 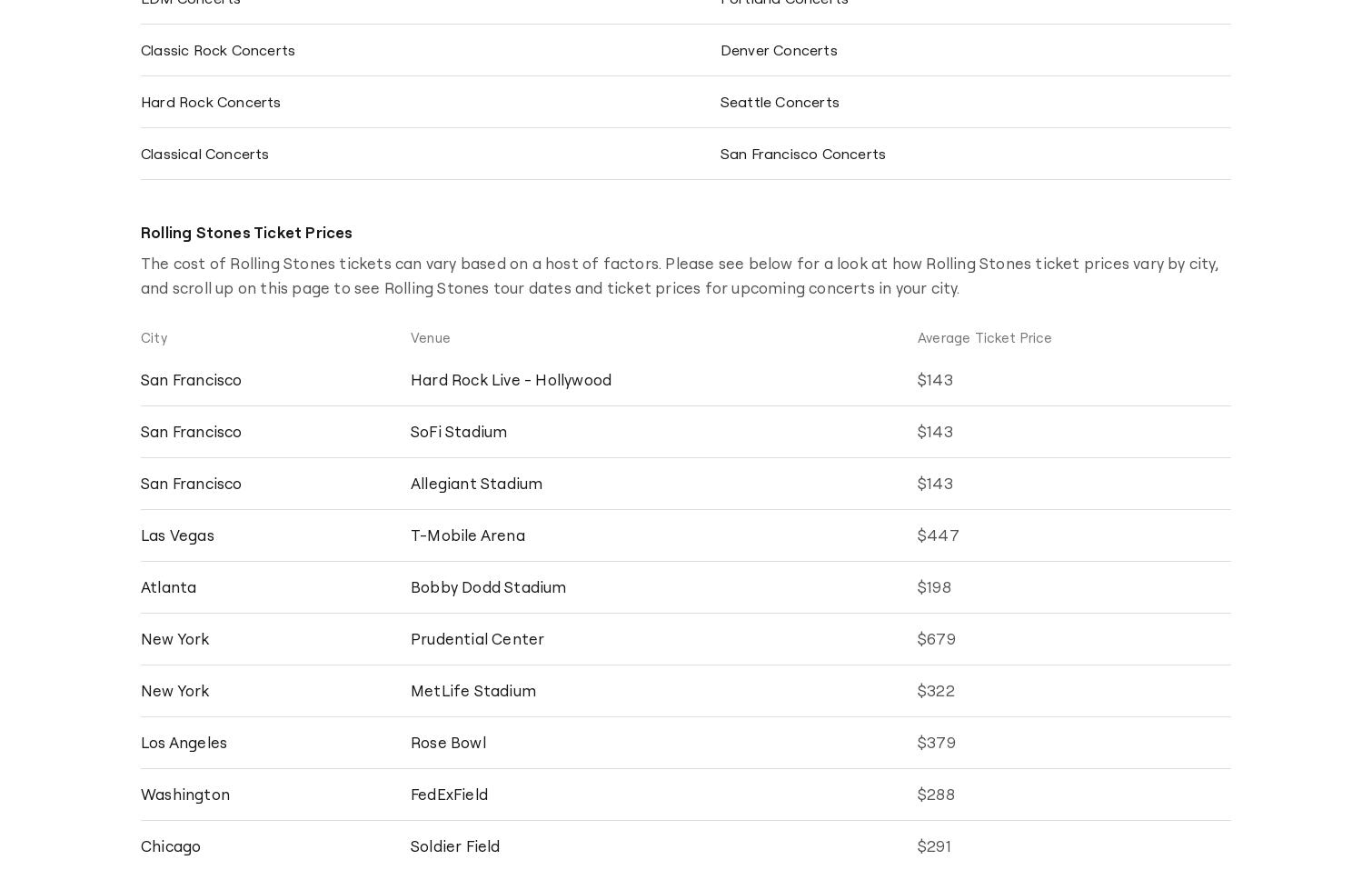 What do you see at coordinates (185, 794) in the screenshot?
I see `'Washington'` at bounding box center [185, 794].